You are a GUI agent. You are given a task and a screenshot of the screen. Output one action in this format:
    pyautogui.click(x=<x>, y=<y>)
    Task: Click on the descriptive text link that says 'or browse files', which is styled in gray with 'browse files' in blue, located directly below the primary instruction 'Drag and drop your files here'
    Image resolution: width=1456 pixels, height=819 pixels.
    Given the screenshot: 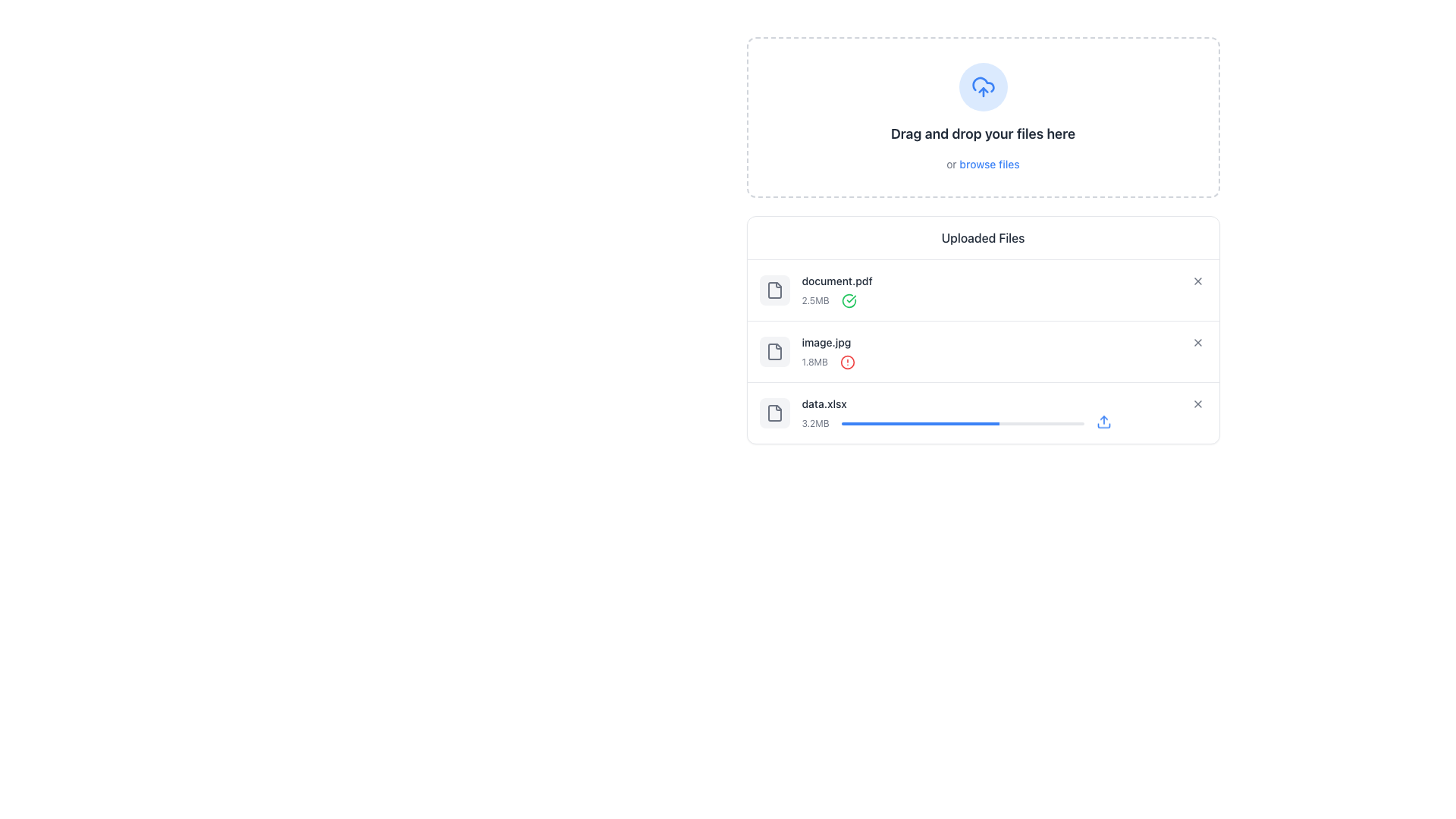 What is the action you would take?
    pyautogui.click(x=983, y=164)
    